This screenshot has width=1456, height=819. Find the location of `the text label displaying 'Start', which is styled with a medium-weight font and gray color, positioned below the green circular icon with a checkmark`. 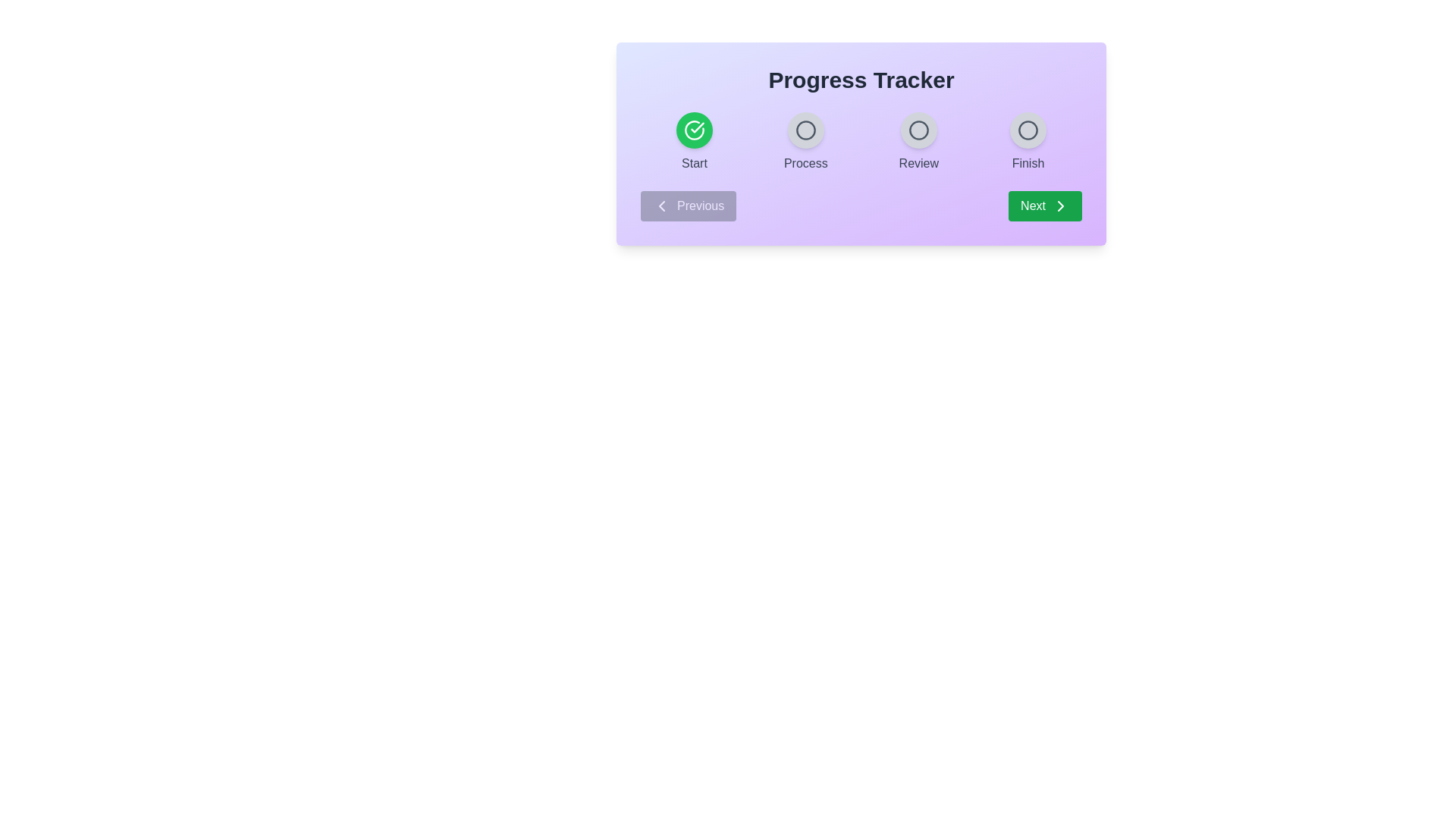

the text label displaying 'Start', which is styled with a medium-weight font and gray color, positioned below the green circular icon with a checkmark is located at coordinates (694, 164).